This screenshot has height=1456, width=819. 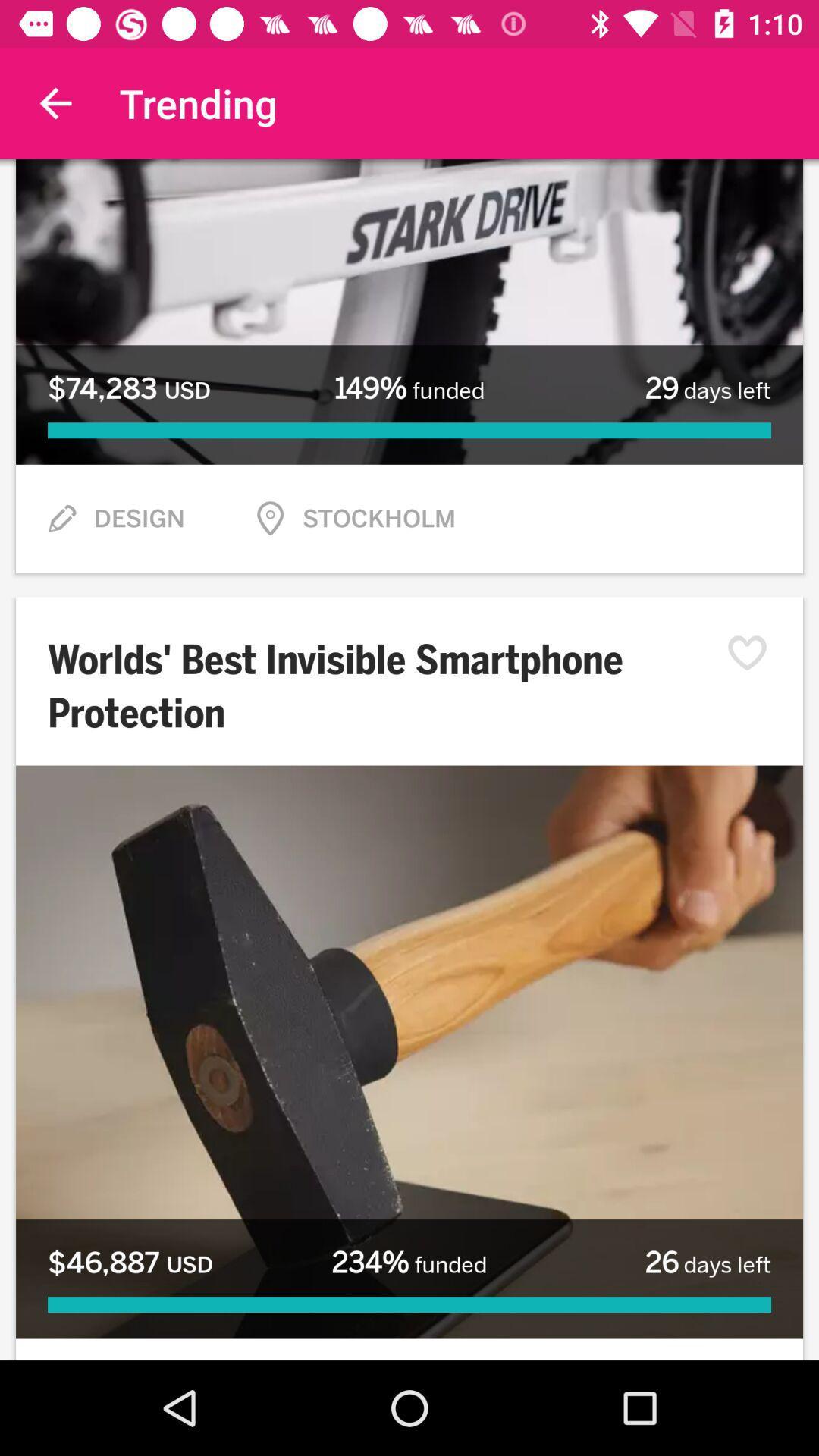 What do you see at coordinates (55, 102) in the screenshot?
I see `the item to the left of the trending app` at bounding box center [55, 102].